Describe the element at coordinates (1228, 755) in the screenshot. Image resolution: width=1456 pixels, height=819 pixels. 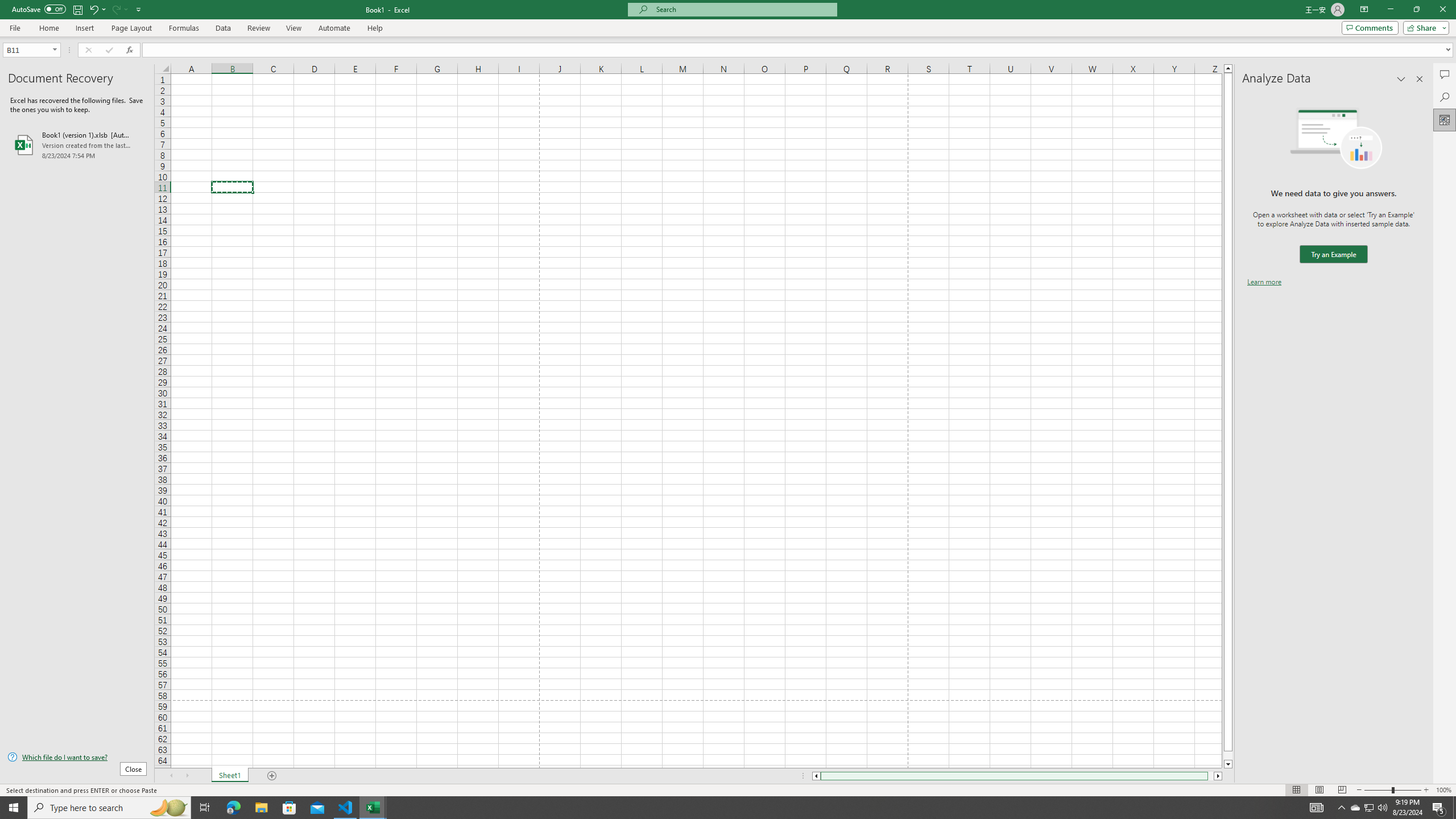
I see `'Page down'` at that location.